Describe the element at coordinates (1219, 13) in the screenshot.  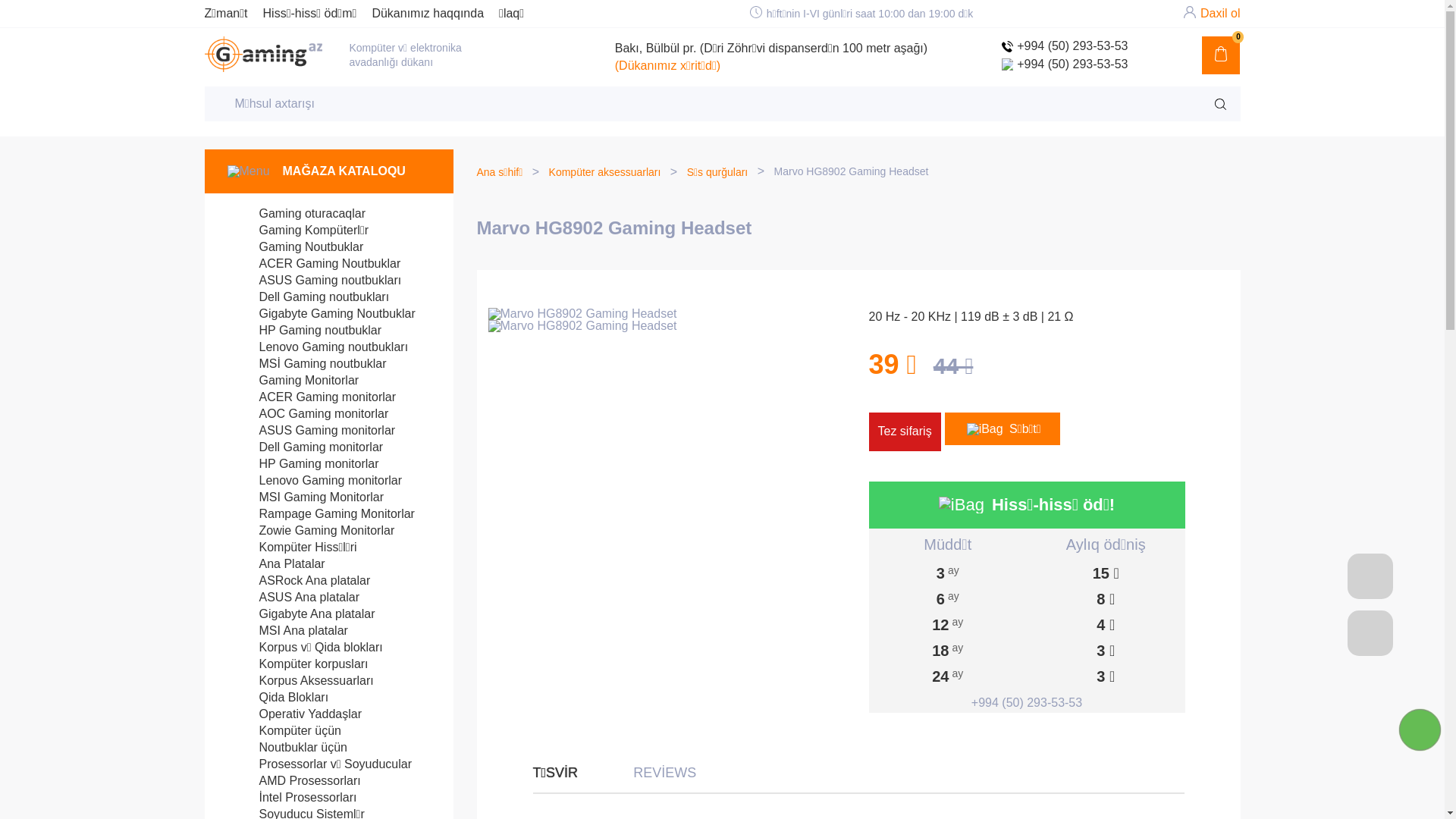
I see `'Daxil ol'` at that location.